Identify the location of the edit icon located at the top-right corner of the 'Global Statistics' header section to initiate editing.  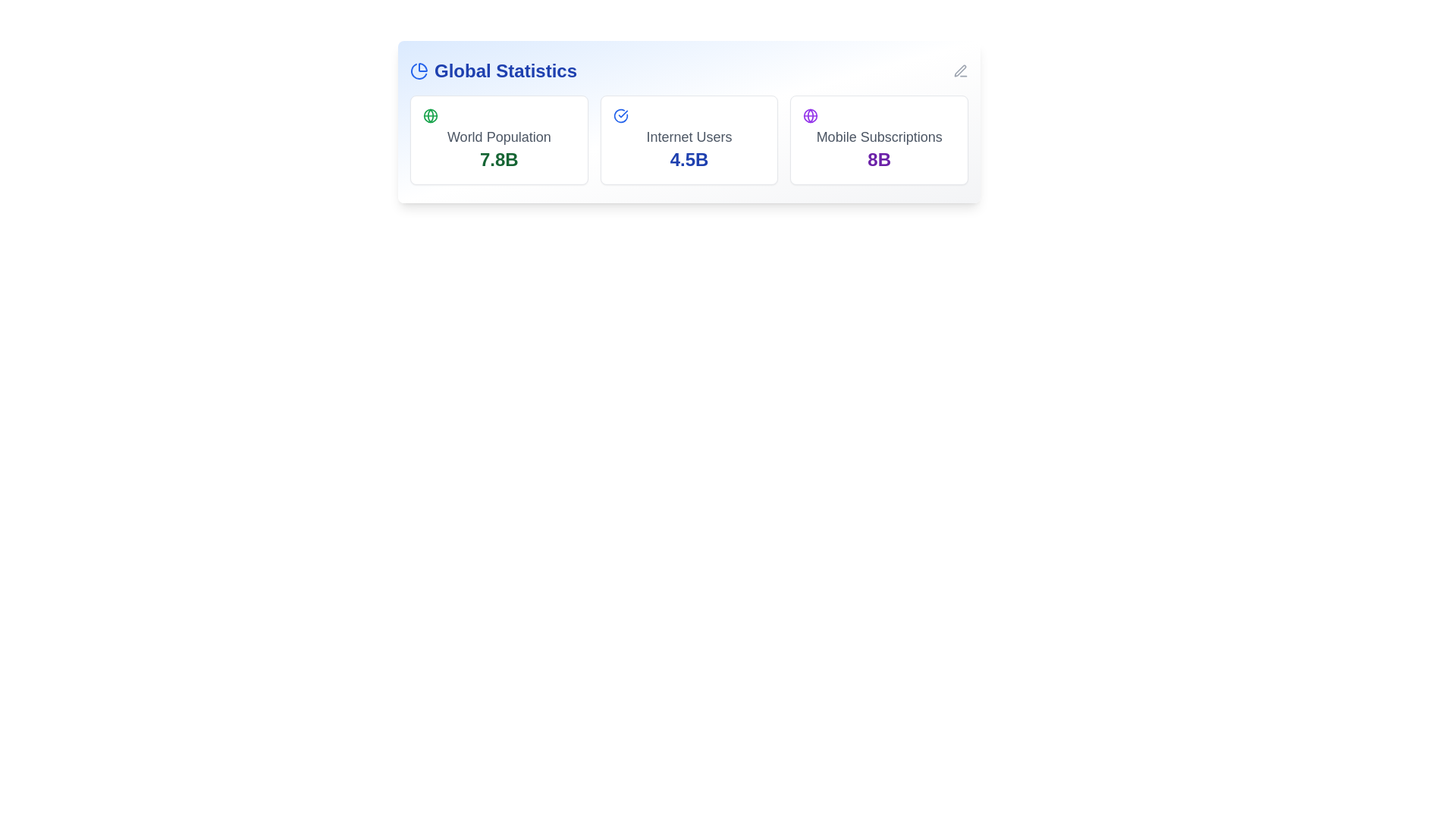
(960, 71).